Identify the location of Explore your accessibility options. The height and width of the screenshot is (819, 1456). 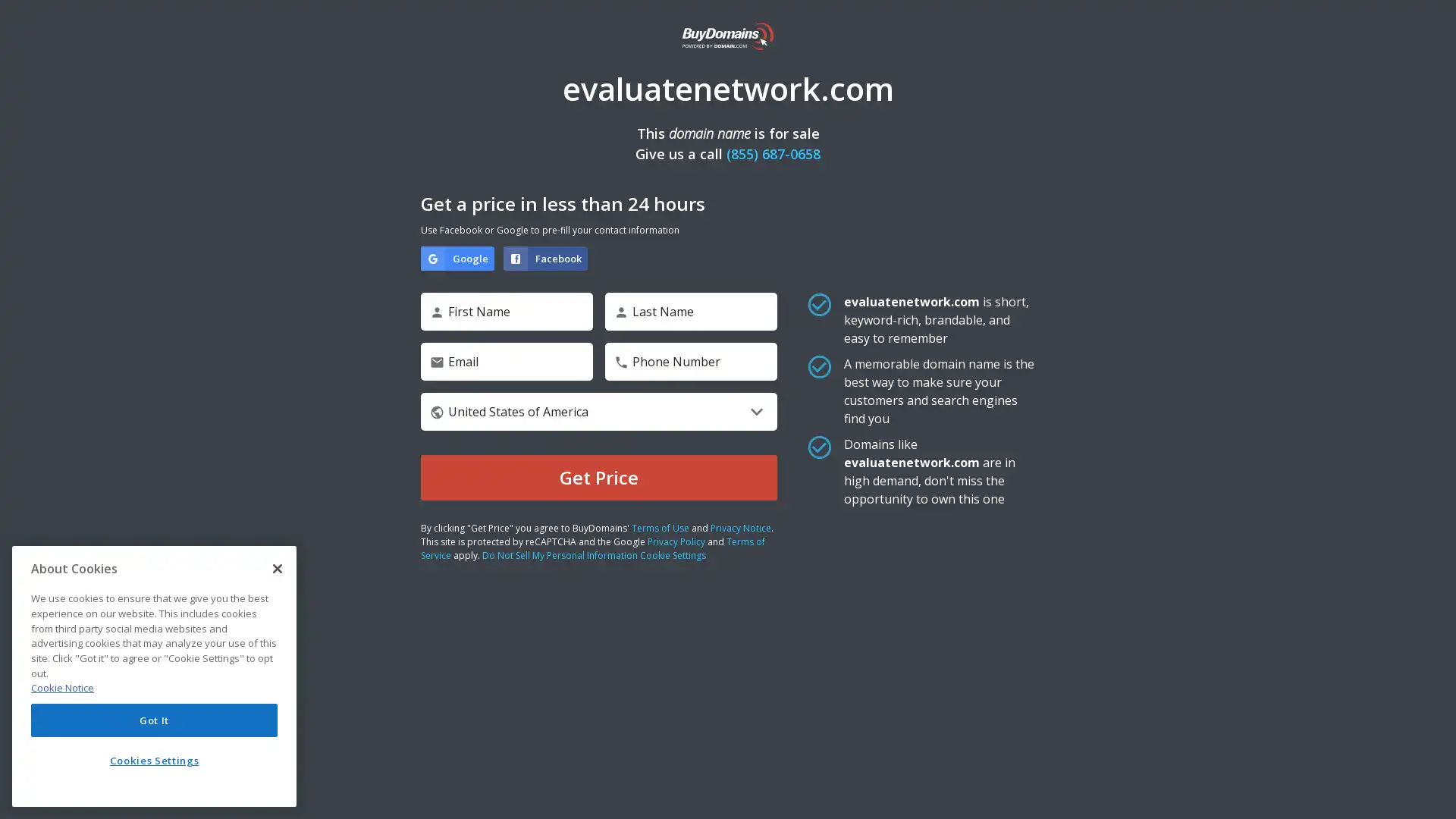
(1430, 792).